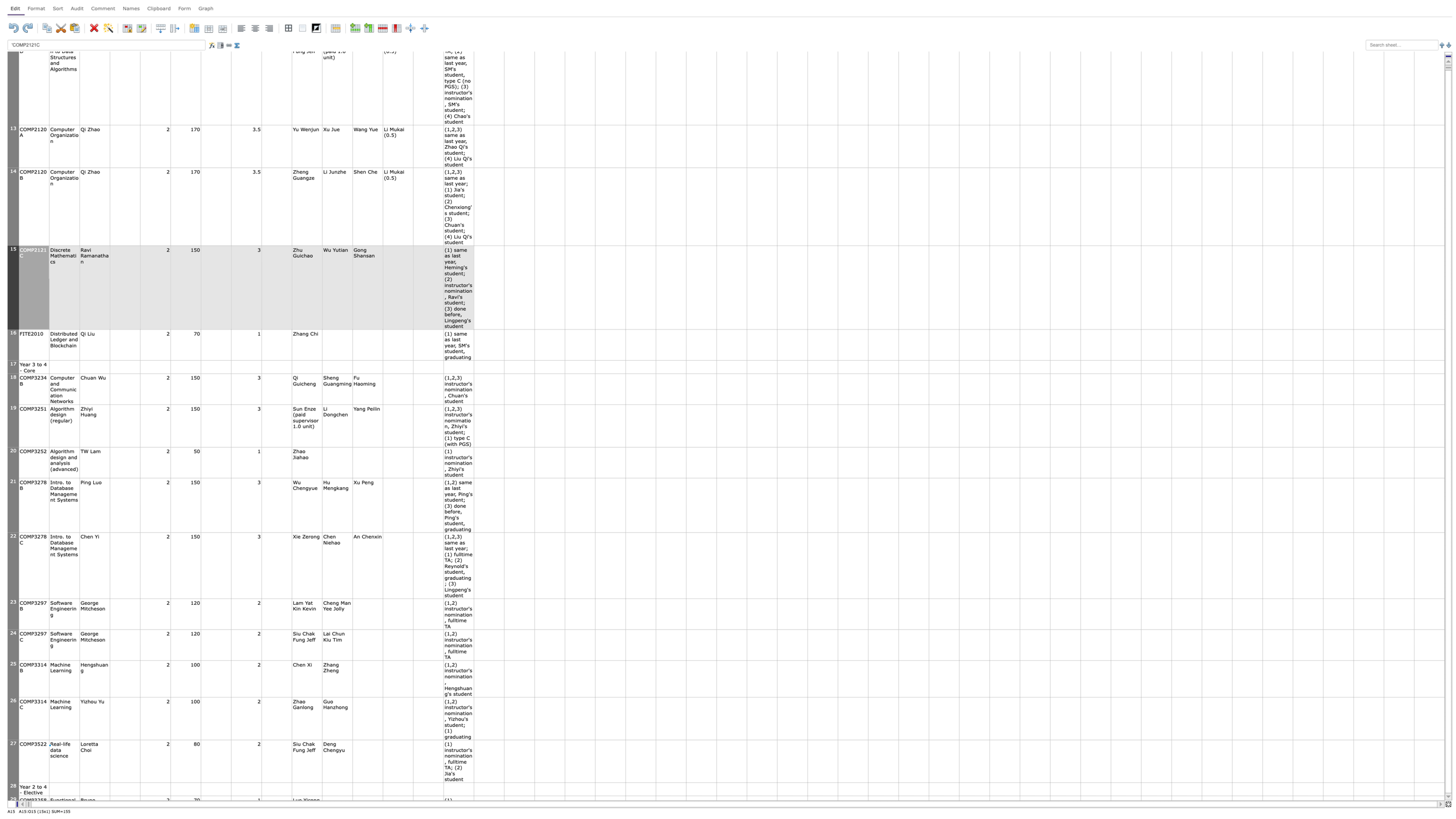 The width and height of the screenshot is (1456, 819). What do you see at coordinates (13, 782) in the screenshot?
I see `row 27's header bottom edge for resizing` at bounding box center [13, 782].